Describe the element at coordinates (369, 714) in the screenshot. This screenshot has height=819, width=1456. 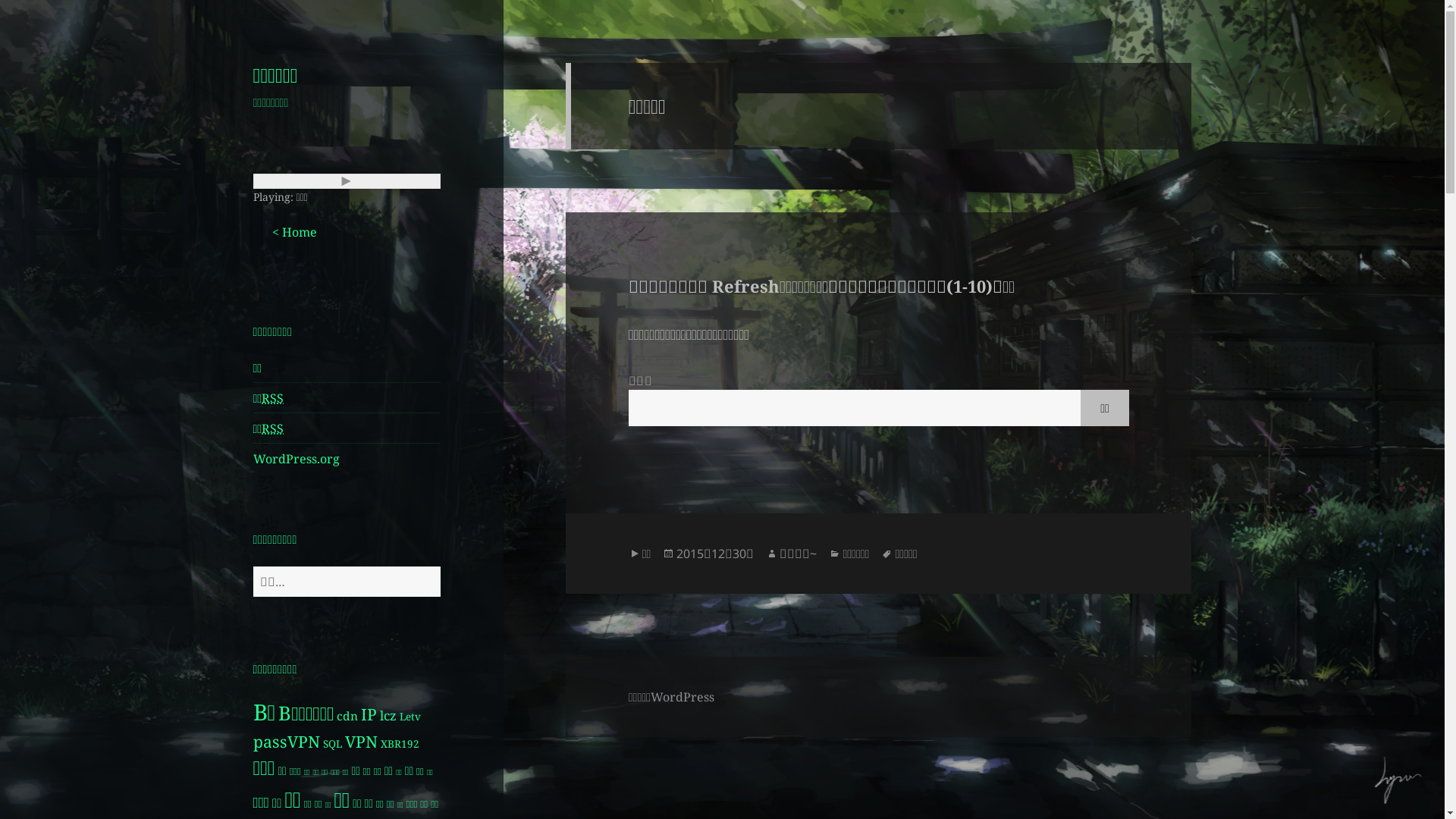
I see `'IP'` at that location.